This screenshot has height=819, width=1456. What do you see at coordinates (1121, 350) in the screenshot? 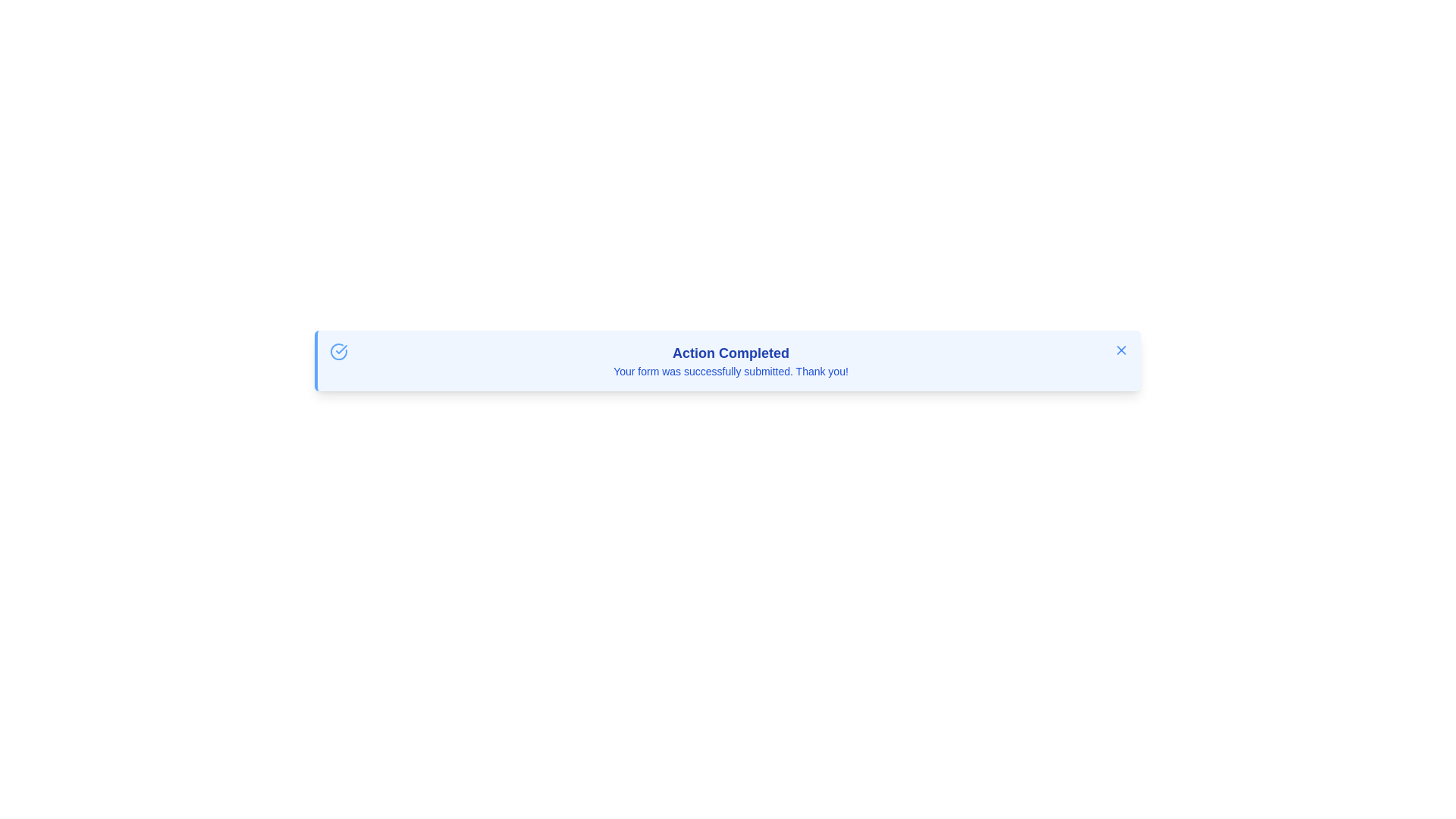
I see `the close button represented by an 'X' icon in blue color located at the top-right corner of the notification box that indicates 'Action Completed'` at bounding box center [1121, 350].